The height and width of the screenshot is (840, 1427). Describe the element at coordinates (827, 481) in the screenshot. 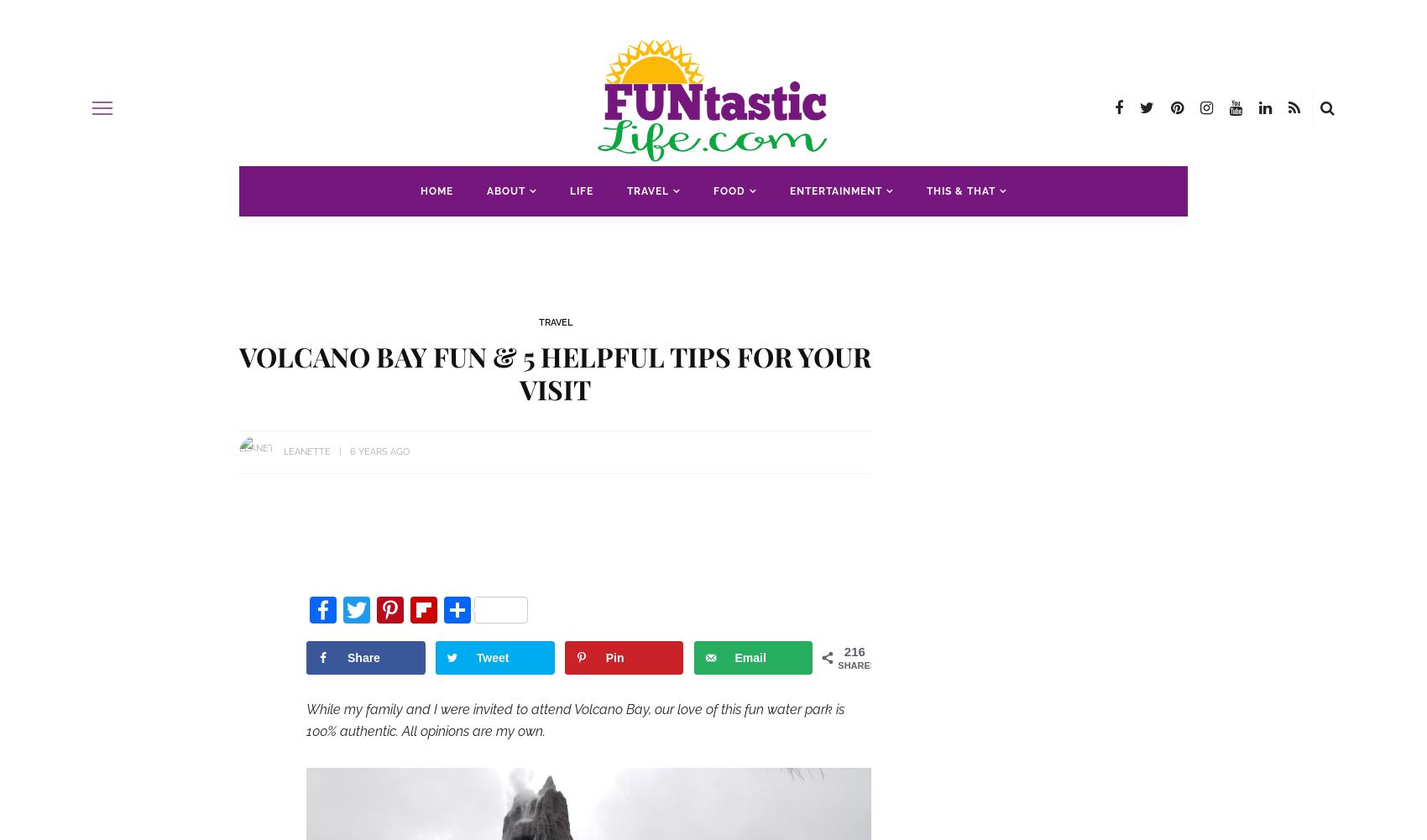

I see `'Kansas'` at that location.